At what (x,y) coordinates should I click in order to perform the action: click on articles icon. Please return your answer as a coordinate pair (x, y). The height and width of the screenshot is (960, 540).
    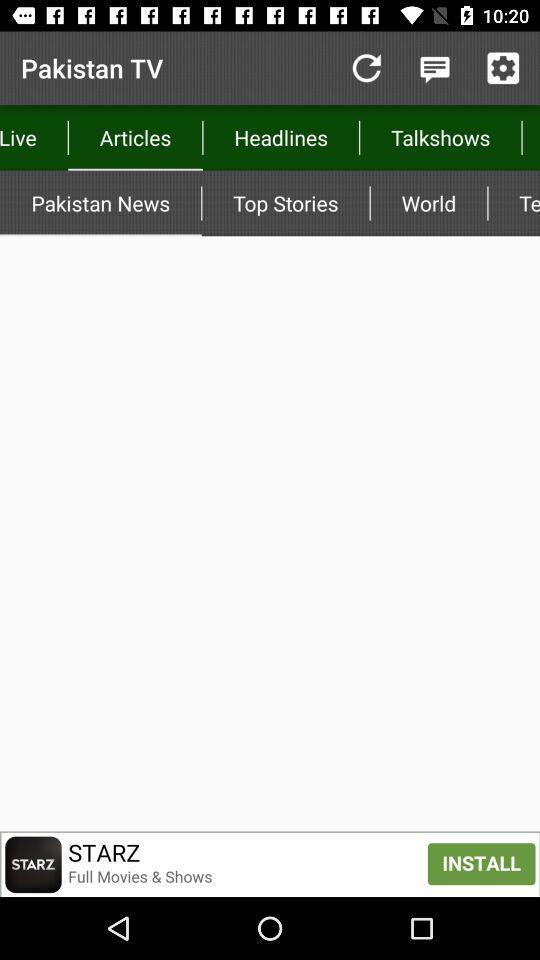
    Looking at the image, I should click on (135, 136).